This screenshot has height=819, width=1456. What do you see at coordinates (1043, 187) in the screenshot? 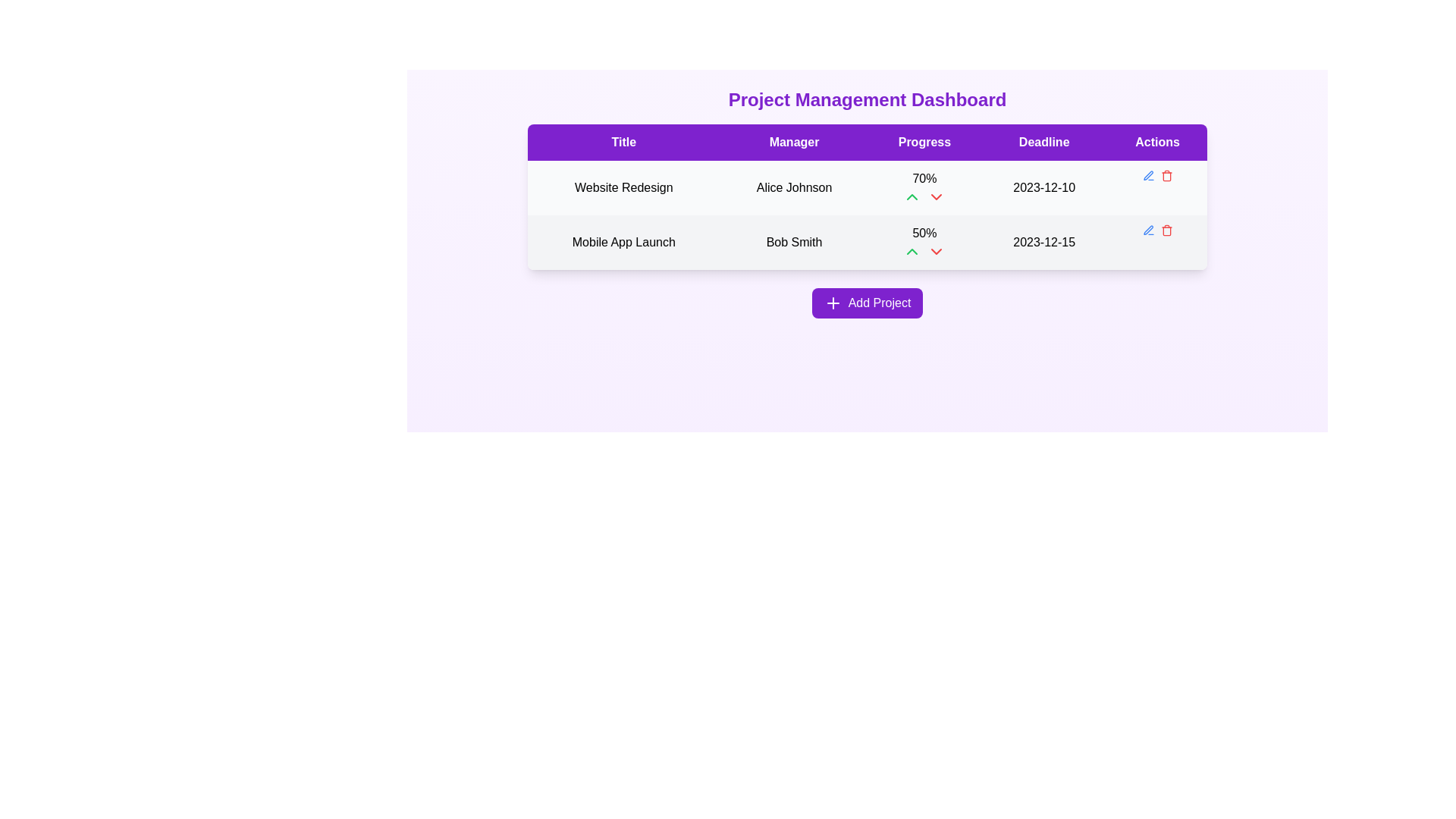
I see `the text display element showing the date '2023-12-10' in the 'Deadline' column of the table` at bounding box center [1043, 187].